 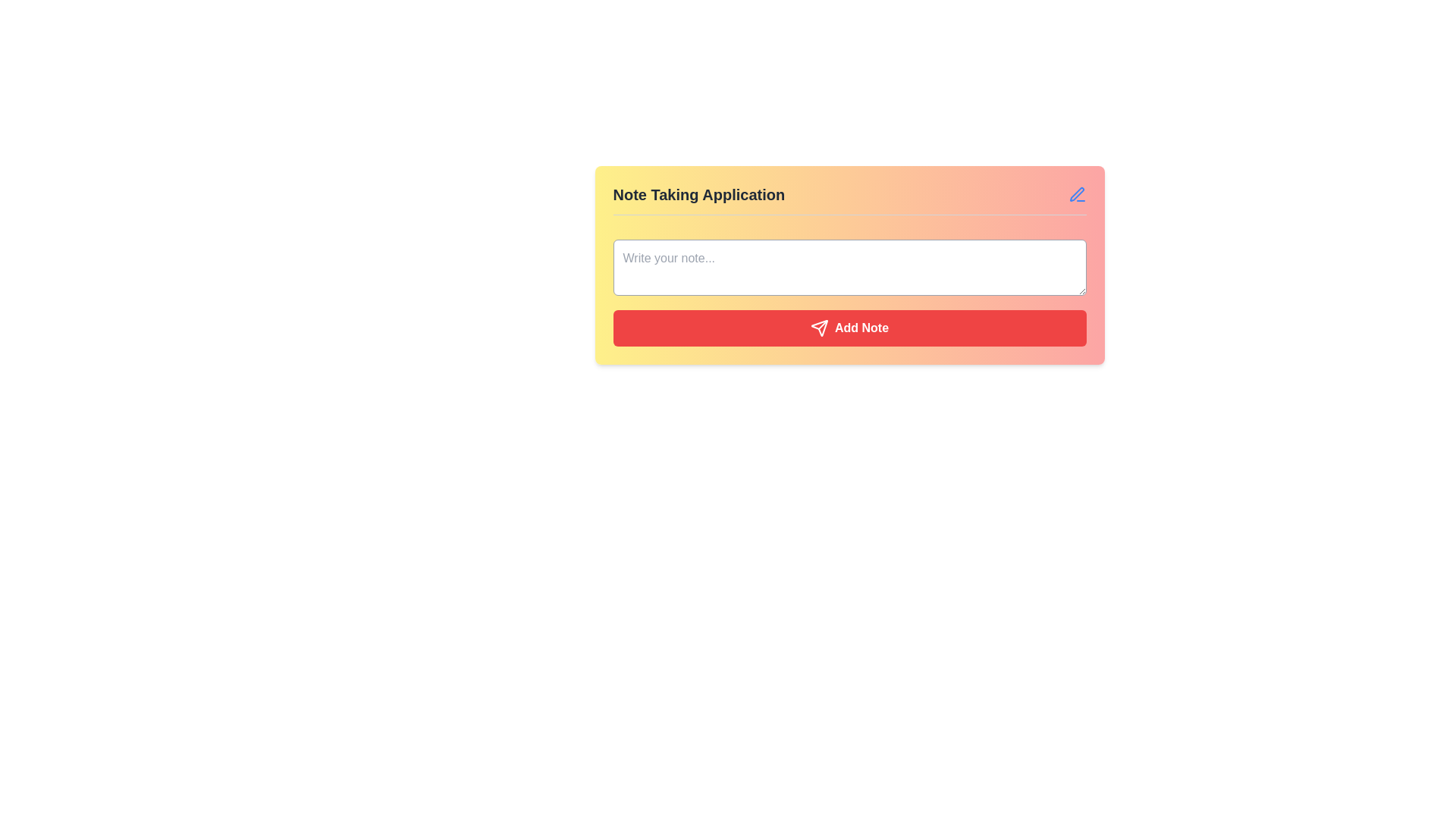 I want to click on the 'Add Note' button icon, which is located to the left of the text 'Add Note' within the button at the bottom of the interface, so click(x=818, y=327).